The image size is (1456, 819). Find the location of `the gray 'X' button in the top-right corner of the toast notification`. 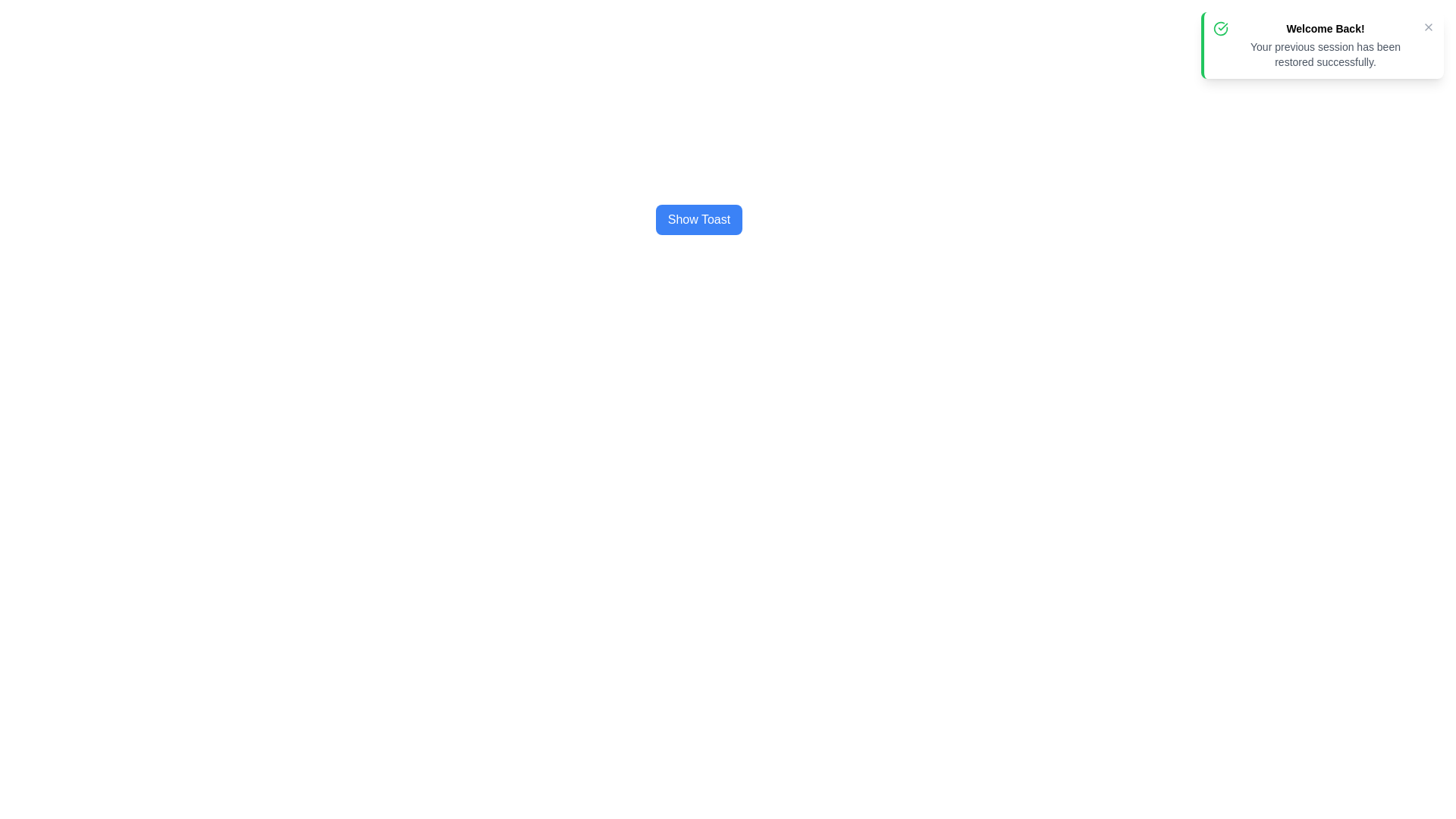

the gray 'X' button in the top-right corner of the toast notification is located at coordinates (1427, 27).